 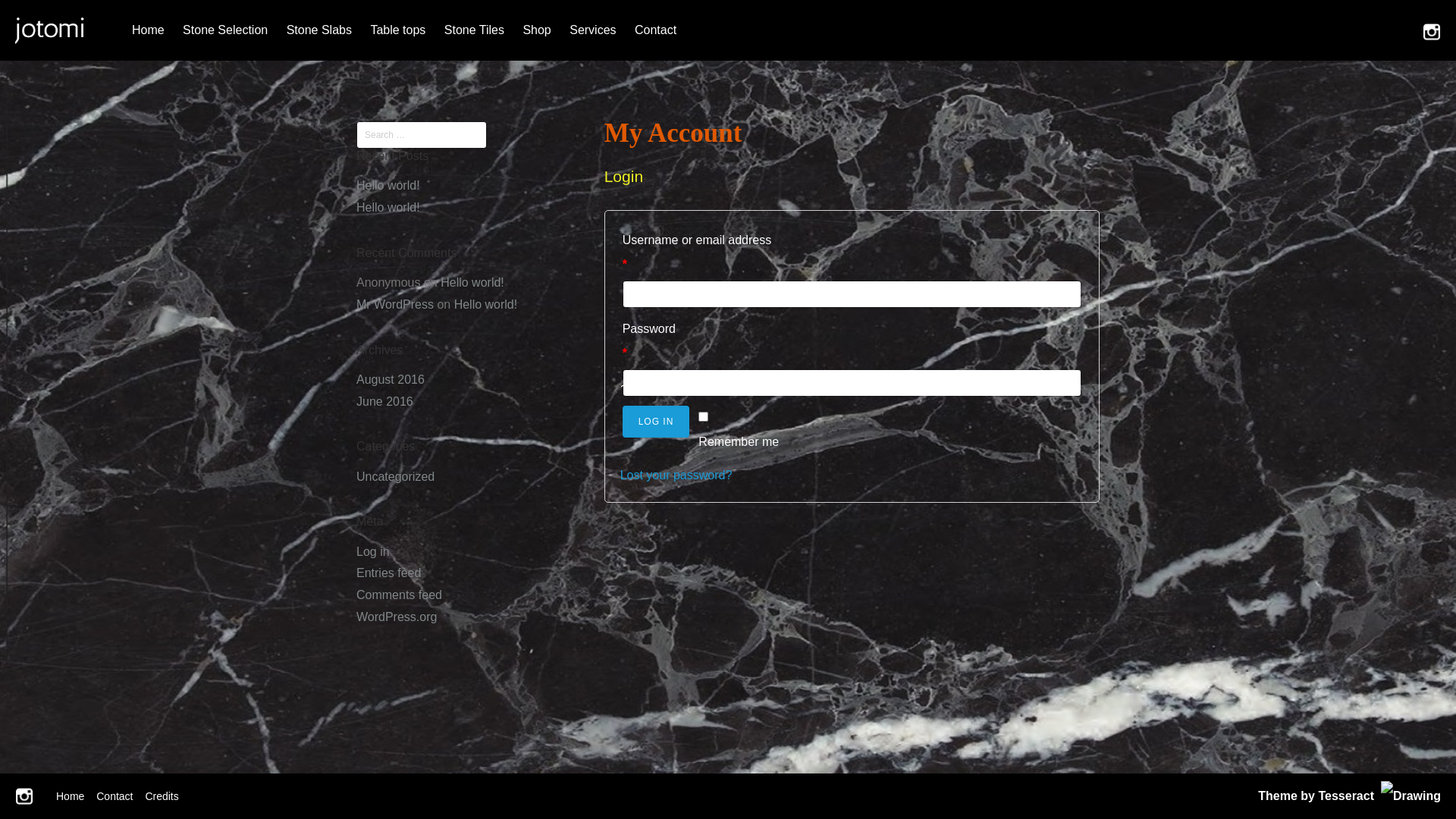 I want to click on 'Hello world!', so click(x=388, y=184).